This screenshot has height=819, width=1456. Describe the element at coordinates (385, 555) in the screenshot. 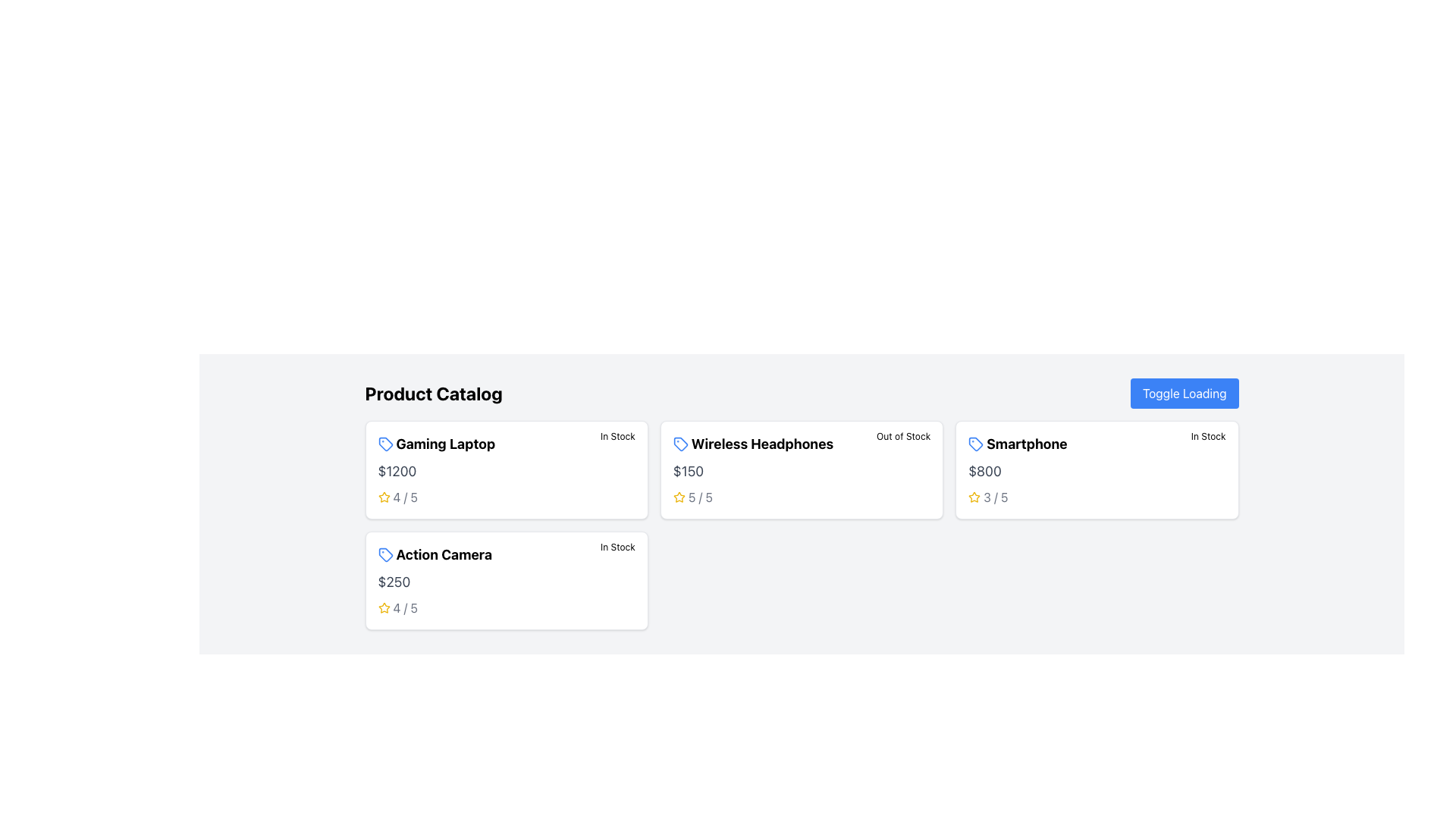

I see `the price tag icon representing the 'Action Camera' product in the catalog, located in the top-left corner of the product card in the second row` at that location.